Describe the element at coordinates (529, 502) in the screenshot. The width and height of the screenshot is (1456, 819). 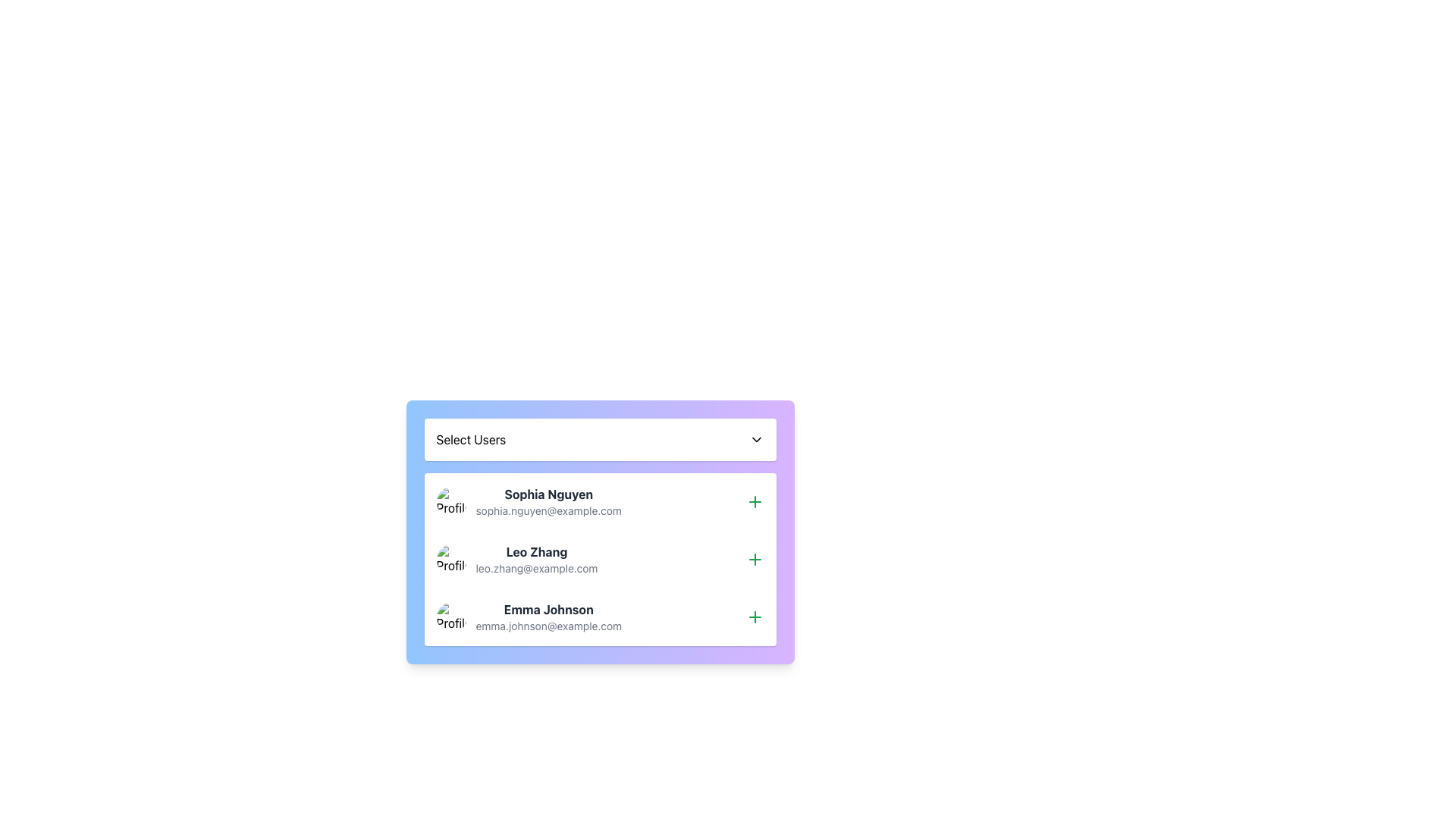
I see `the first user entry` at that location.